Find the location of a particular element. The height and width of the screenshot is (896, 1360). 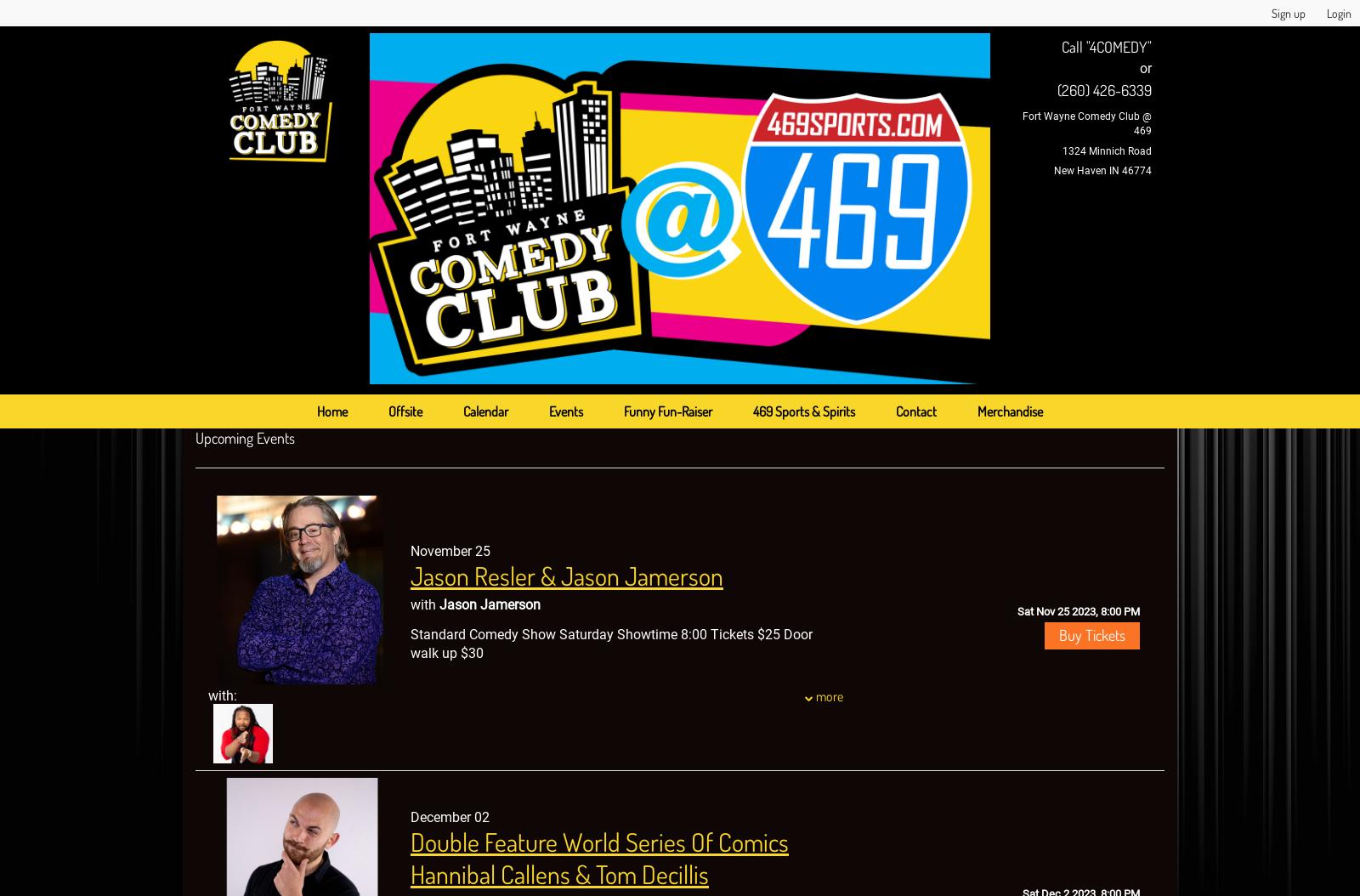

'Funny Fun-Raiser' is located at coordinates (668, 410).